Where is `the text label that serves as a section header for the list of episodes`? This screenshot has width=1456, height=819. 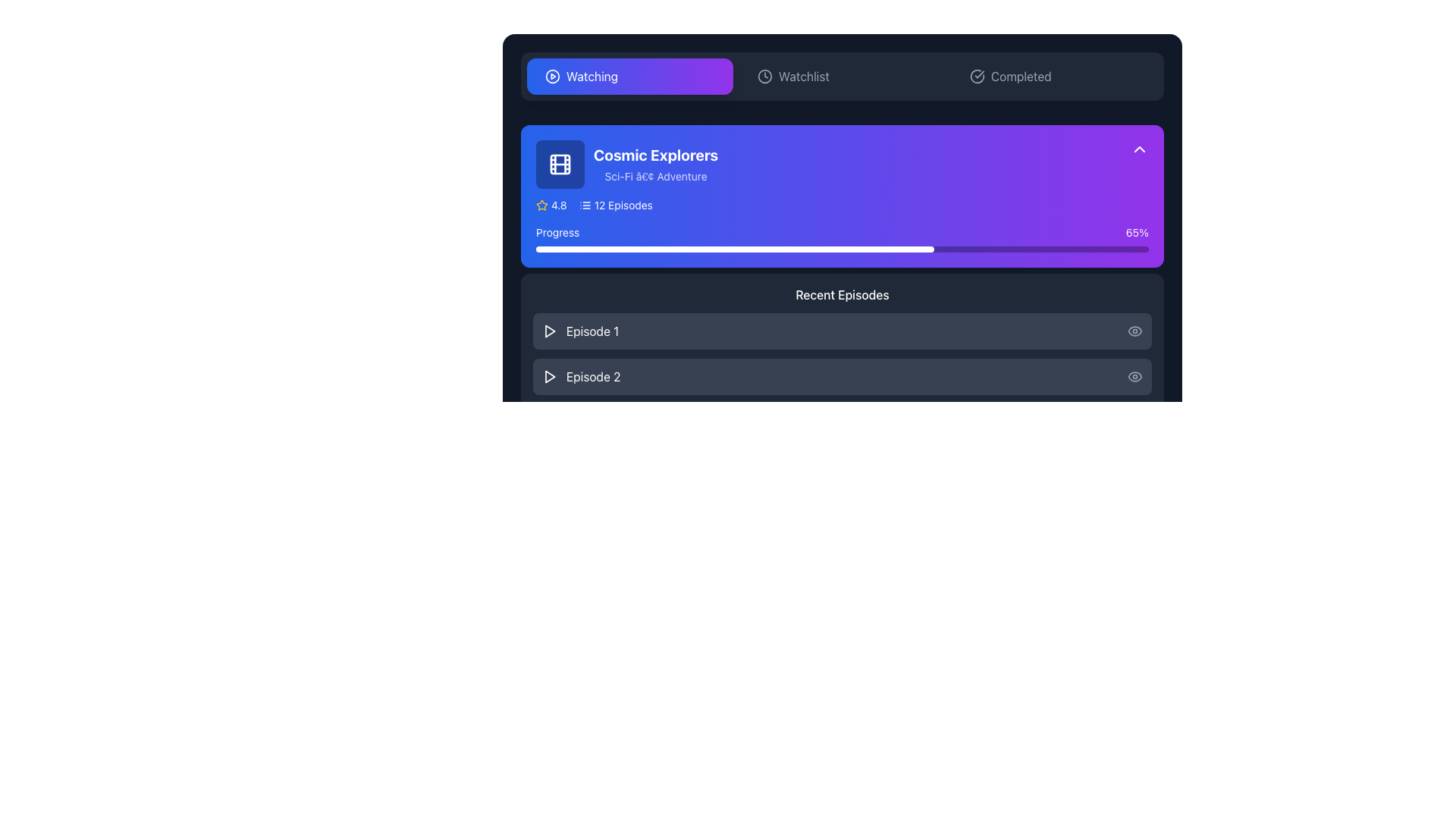 the text label that serves as a section header for the list of episodes is located at coordinates (841, 295).